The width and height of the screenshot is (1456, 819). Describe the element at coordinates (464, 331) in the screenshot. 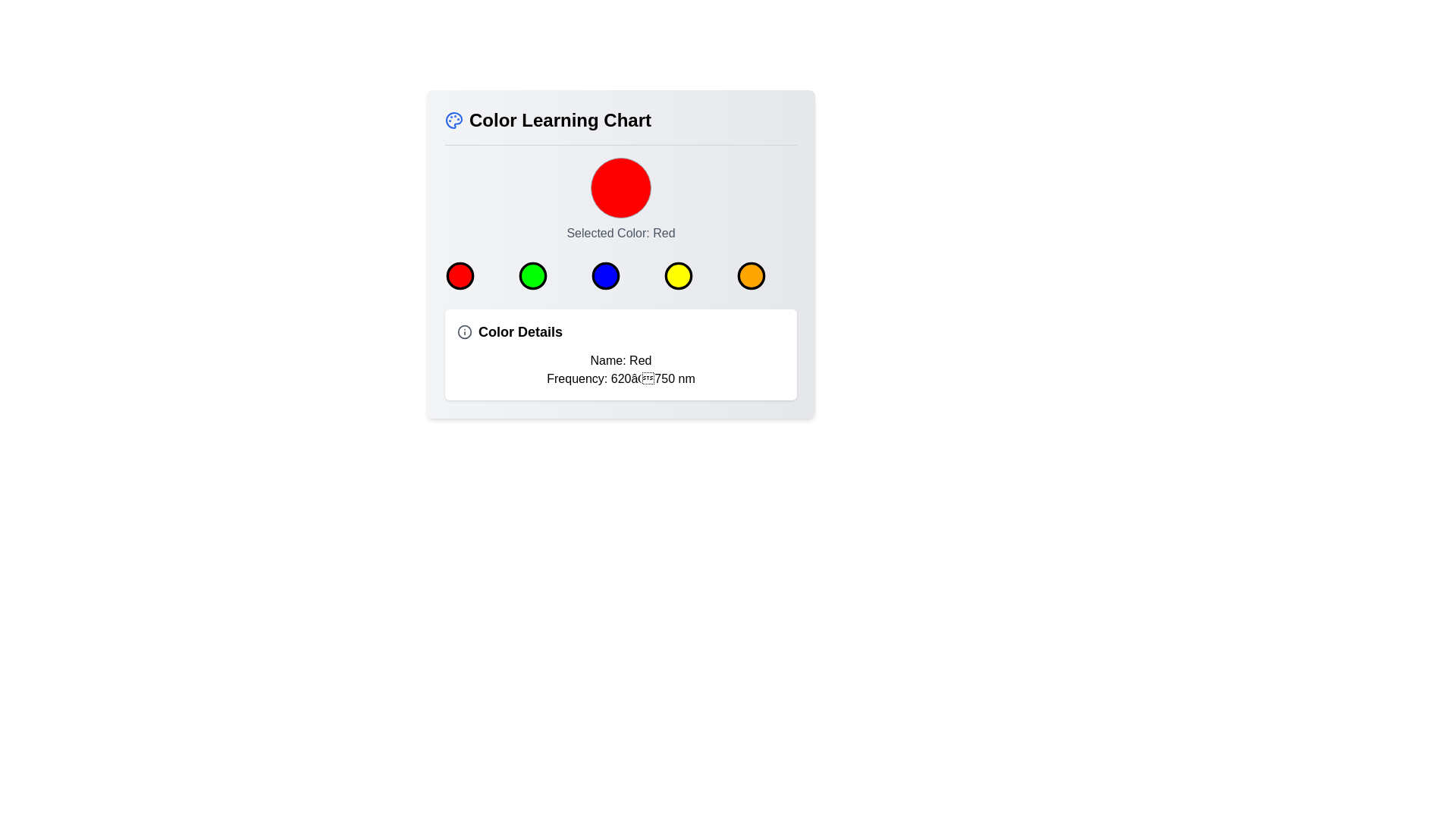

I see `the circular 'i' icon with a thin gray stroke located to the left of the 'Color Details' heading` at that location.